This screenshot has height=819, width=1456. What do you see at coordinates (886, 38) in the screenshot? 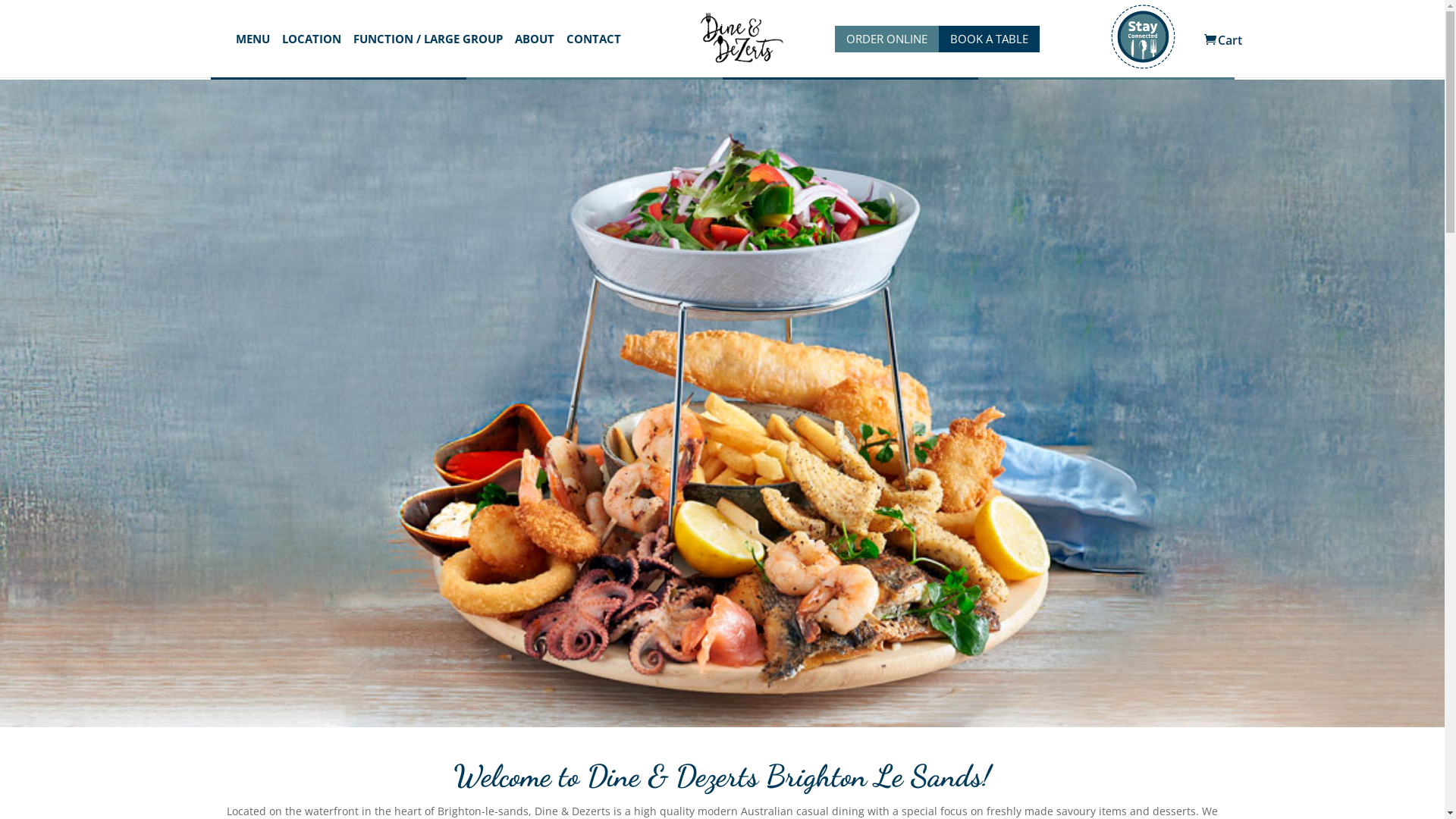
I see `'ORDER ONLINE'` at bounding box center [886, 38].